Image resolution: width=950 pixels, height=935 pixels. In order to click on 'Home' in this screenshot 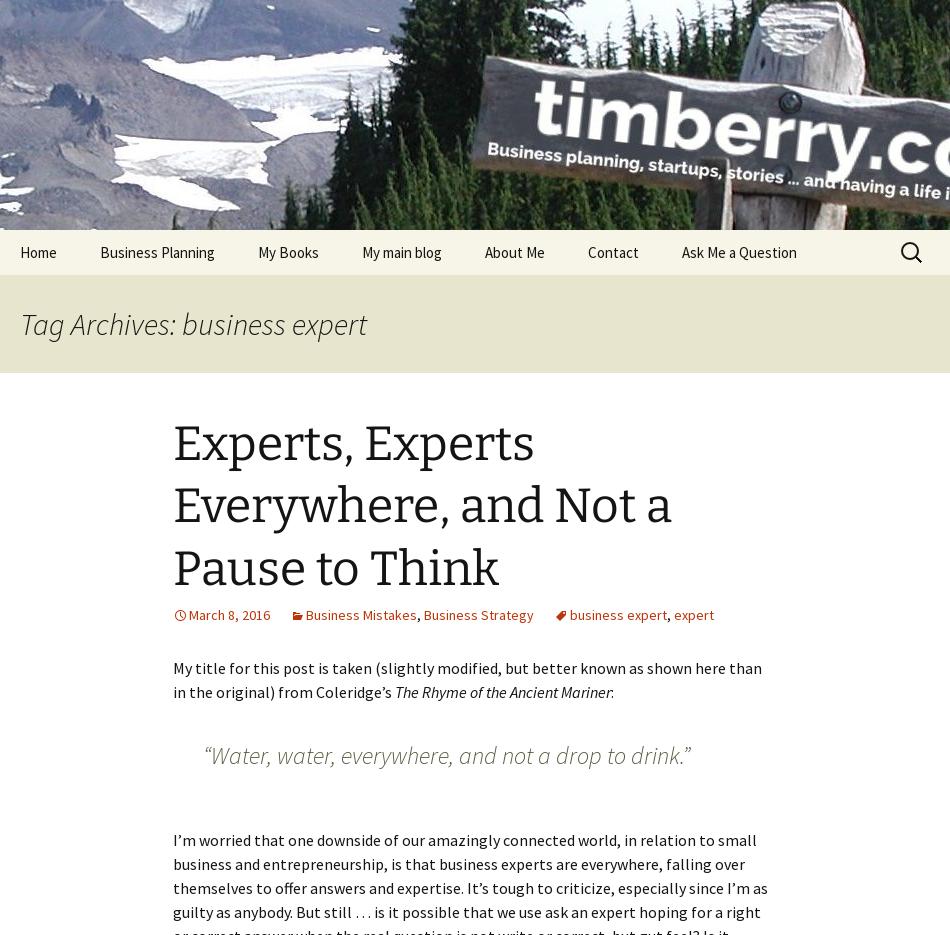, I will do `click(38, 252)`.